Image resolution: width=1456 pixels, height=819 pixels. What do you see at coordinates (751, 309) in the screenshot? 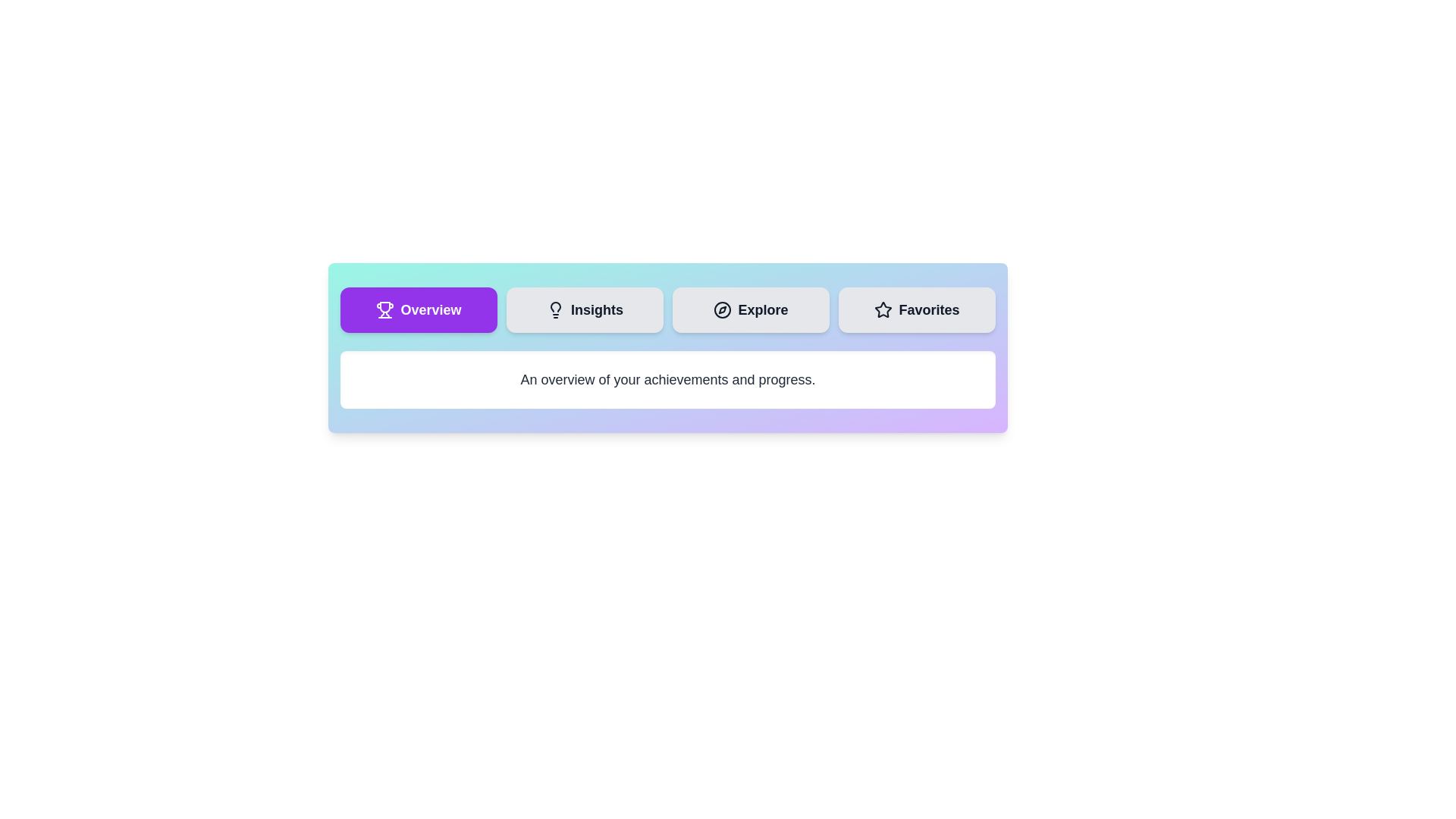
I see `the tab labeled Explore to observe its hover effect` at bounding box center [751, 309].